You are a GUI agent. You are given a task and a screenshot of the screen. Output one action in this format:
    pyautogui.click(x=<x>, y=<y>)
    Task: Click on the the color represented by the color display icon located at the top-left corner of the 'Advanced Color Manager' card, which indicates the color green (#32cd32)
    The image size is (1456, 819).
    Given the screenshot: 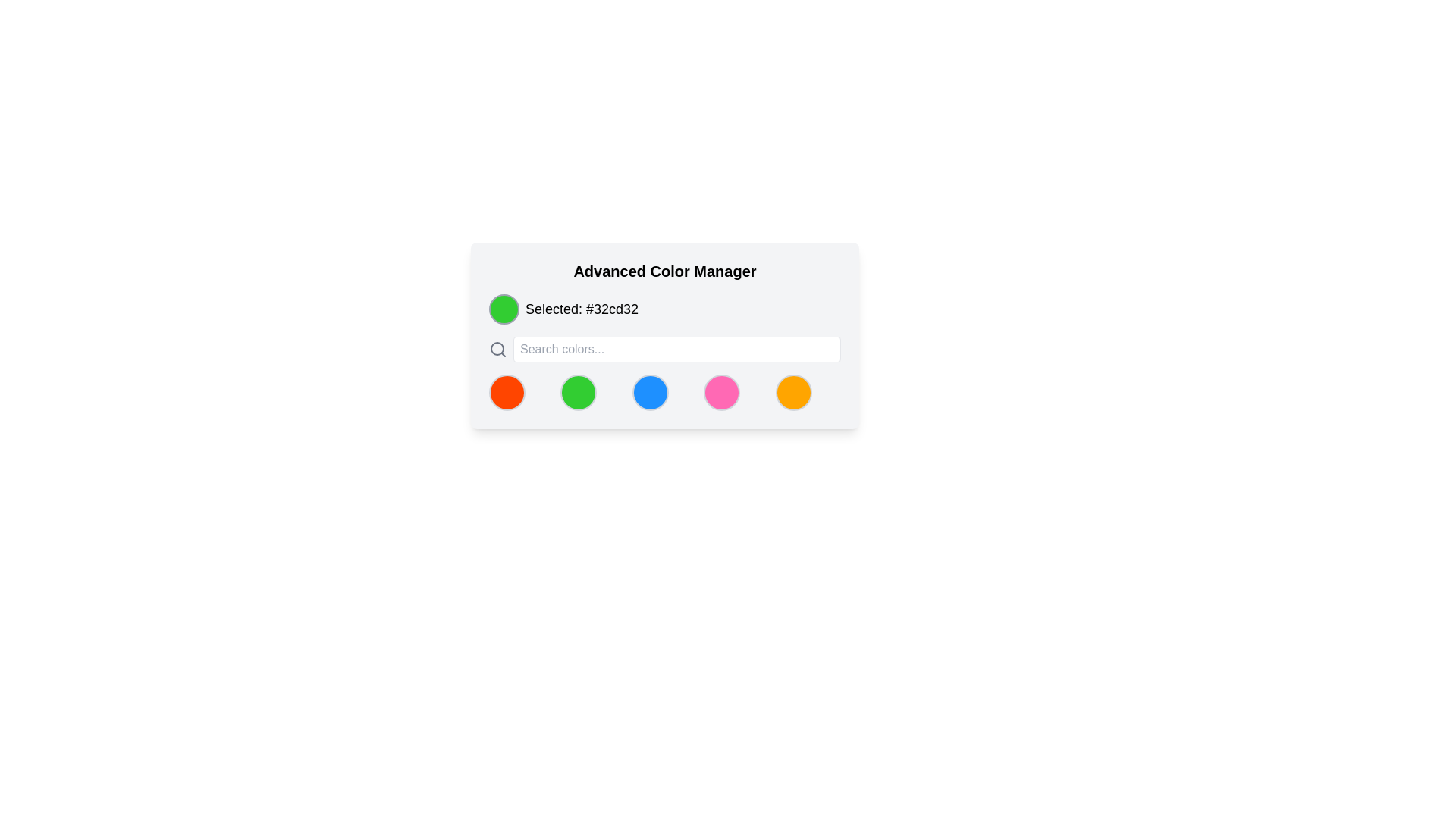 What is the action you would take?
    pyautogui.click(x=504, y=309)
    